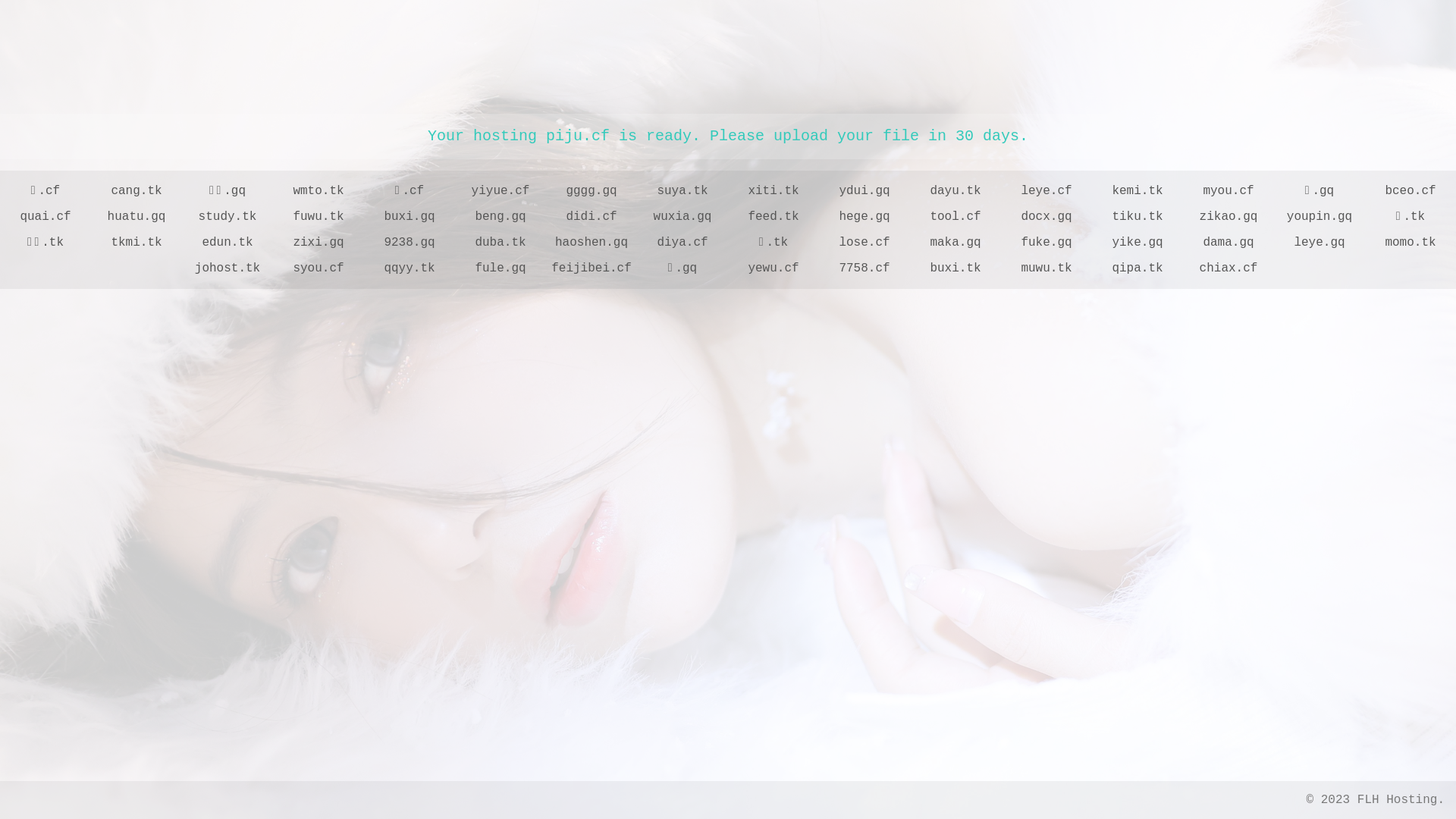 This screenshot has width=1456, height=819. What do you see at coordinates (454, 216) in the screenshot?
I see `'beng.gq'` at bounding box center [454, 216].